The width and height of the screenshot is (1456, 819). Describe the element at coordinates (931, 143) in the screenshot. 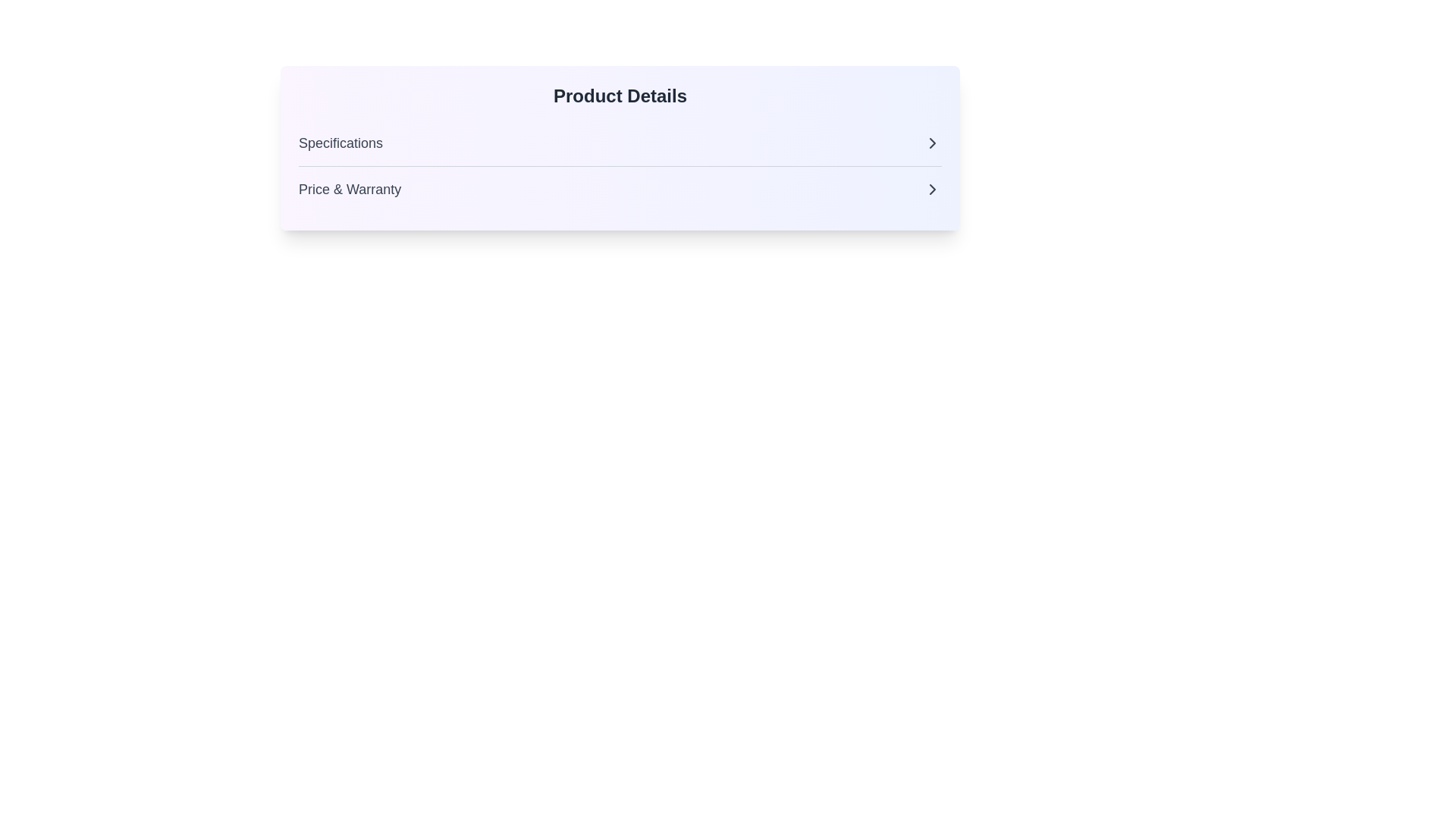

I see `the chevron icon located at the far right of the horizontal layout next to the 'Specifications' label` at that location.